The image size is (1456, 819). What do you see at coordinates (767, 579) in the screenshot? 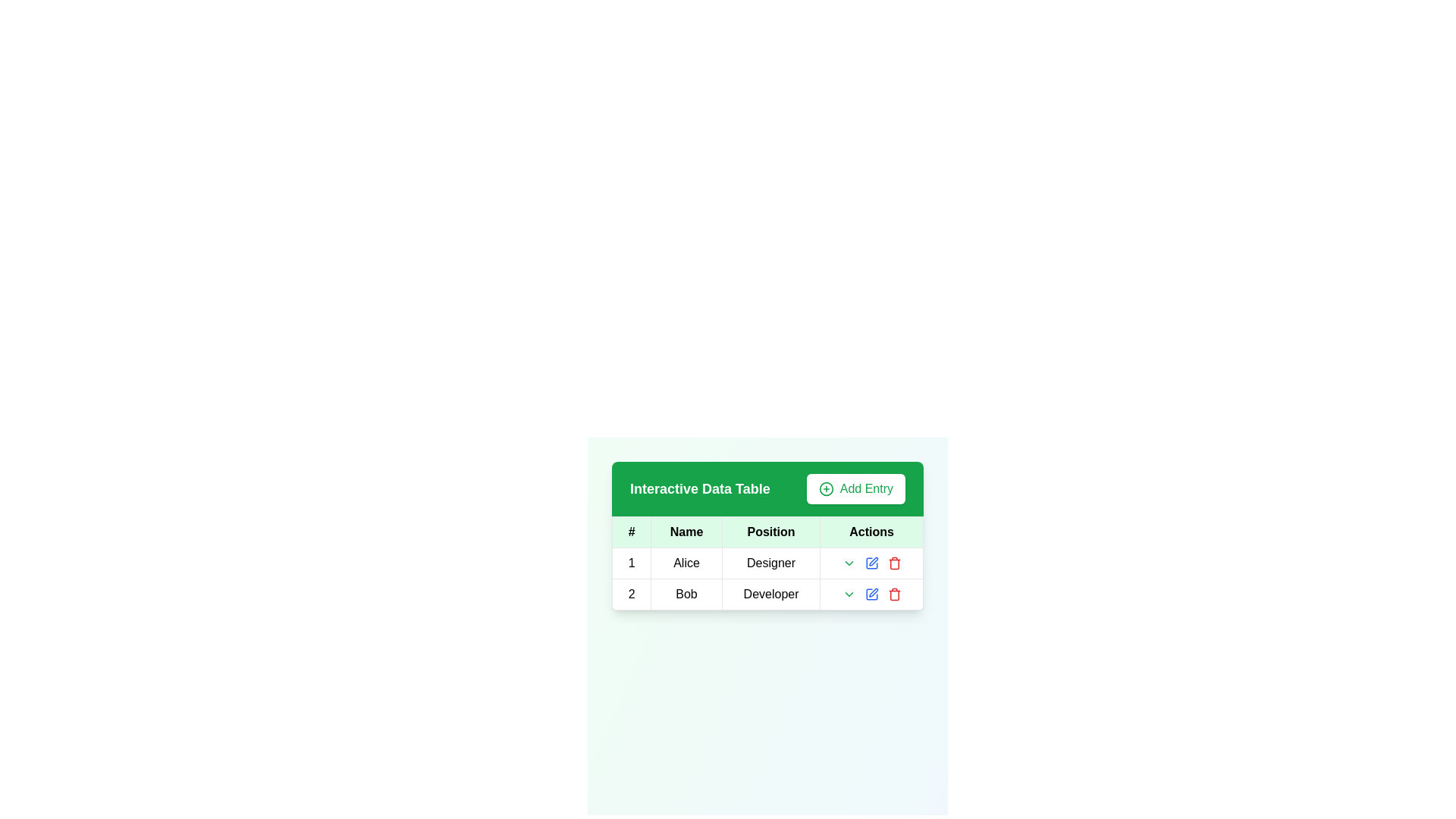
I see `the first row of the 'Interactive Data Table' that contains the data for Alice, the Designer` at bounding box center [767, 579].